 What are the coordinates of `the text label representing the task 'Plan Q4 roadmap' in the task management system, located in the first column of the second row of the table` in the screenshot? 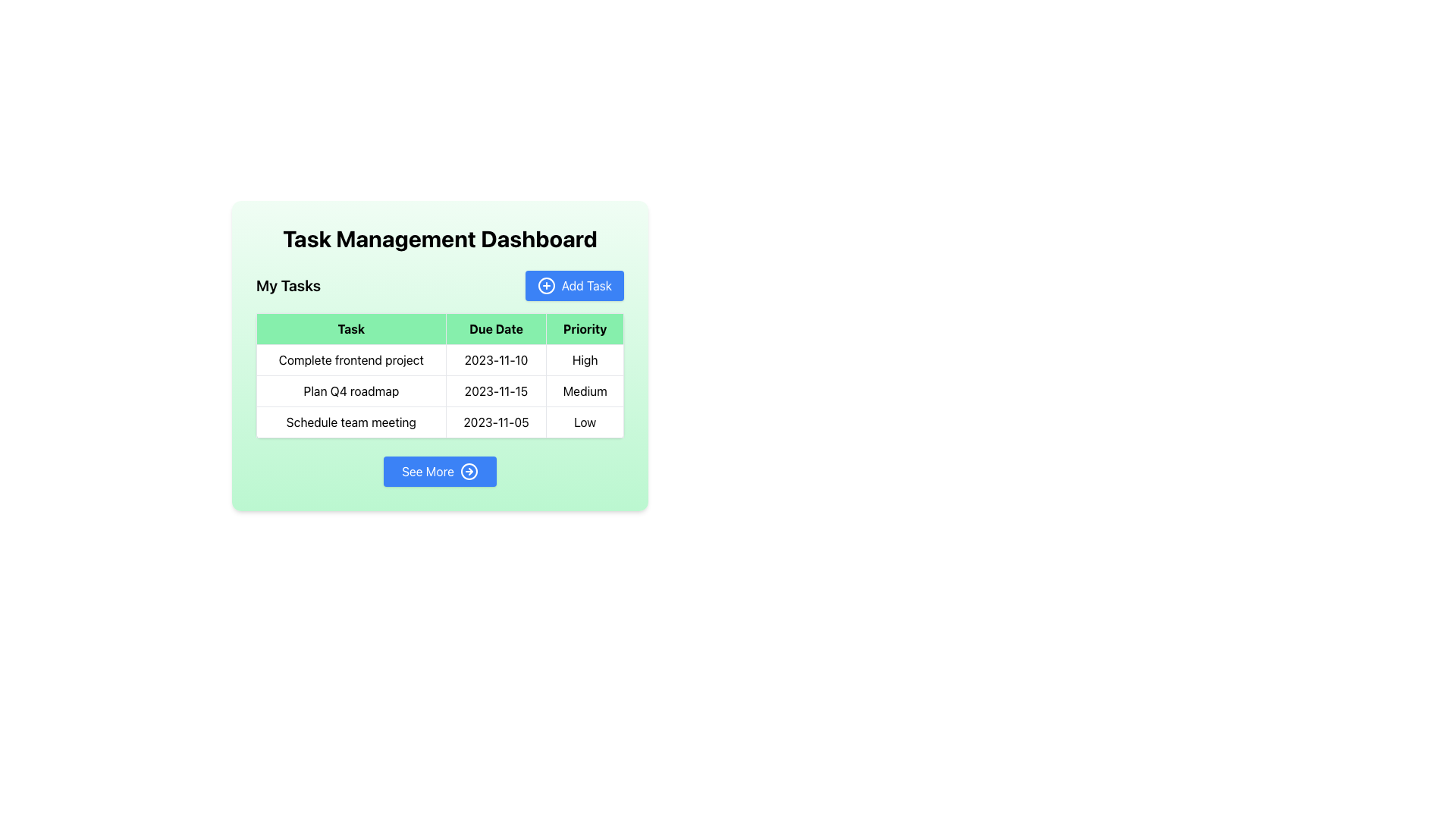 It's located at (350, 391).